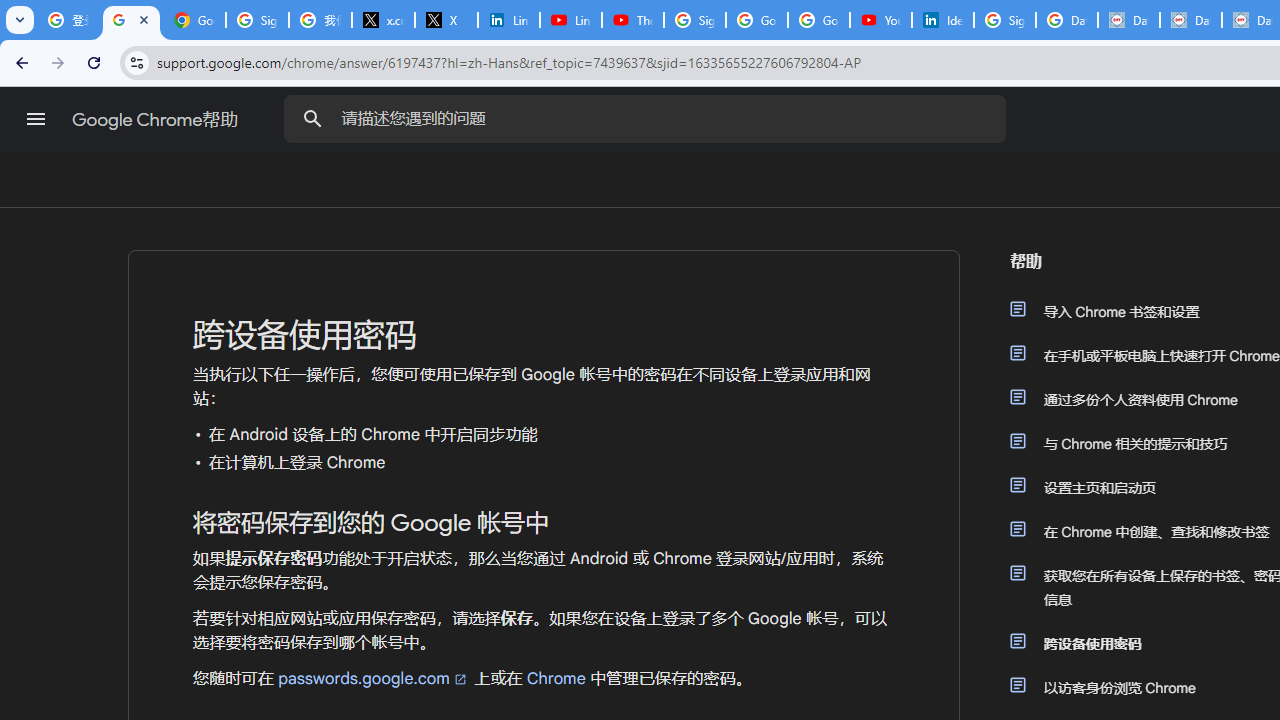 Image resolution: width=1280 pixels, height=720 pixels. I want to click on 'LinkedIn - YouTube', so click(569, 20).